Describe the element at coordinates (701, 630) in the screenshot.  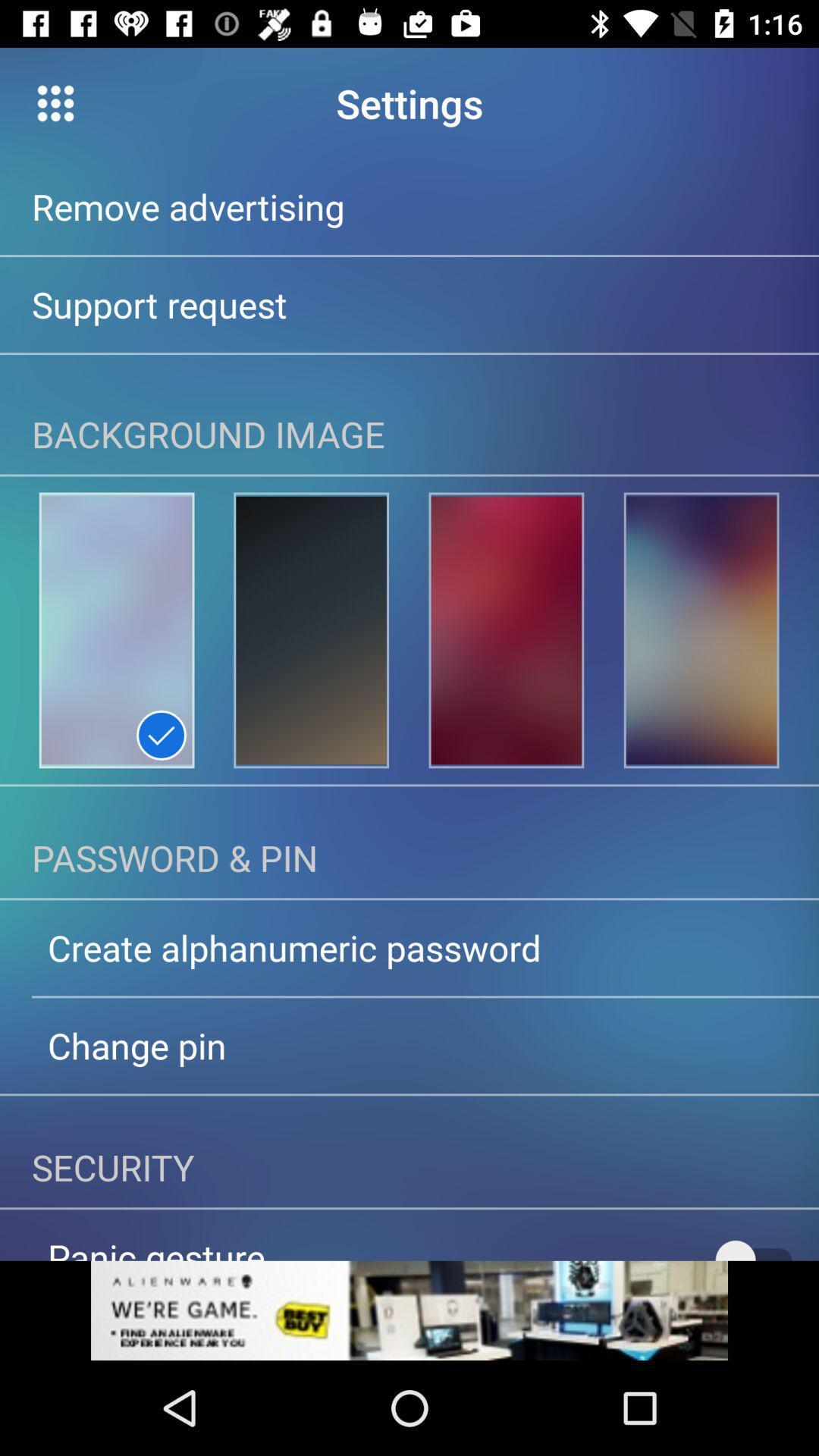
I see `set the background image` at that location.